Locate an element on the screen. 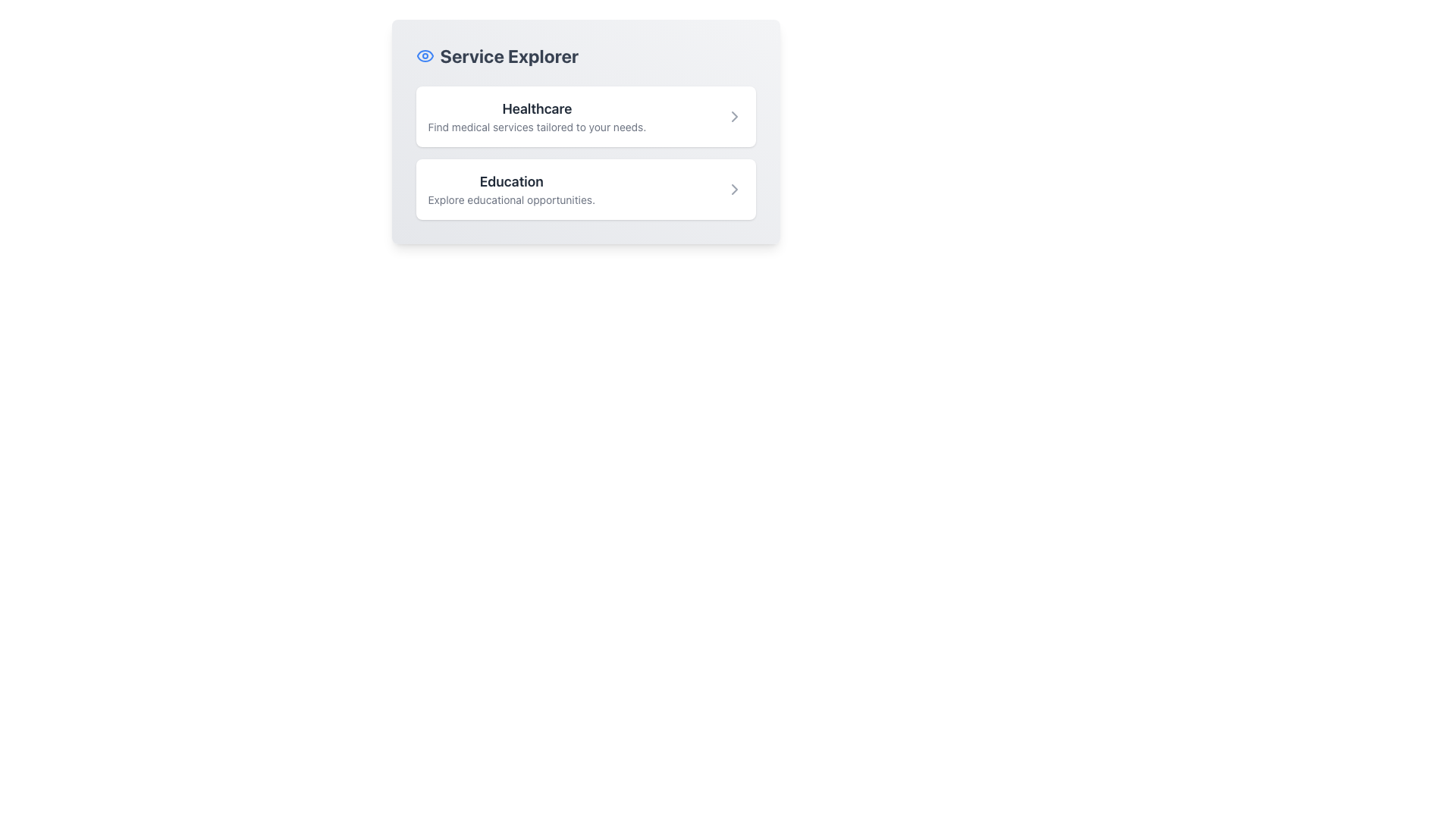 This screenshot has width=1456, height=819. the 'Healthcare' header, which is styled in bold dark gray is located at coordinates (537, 108).